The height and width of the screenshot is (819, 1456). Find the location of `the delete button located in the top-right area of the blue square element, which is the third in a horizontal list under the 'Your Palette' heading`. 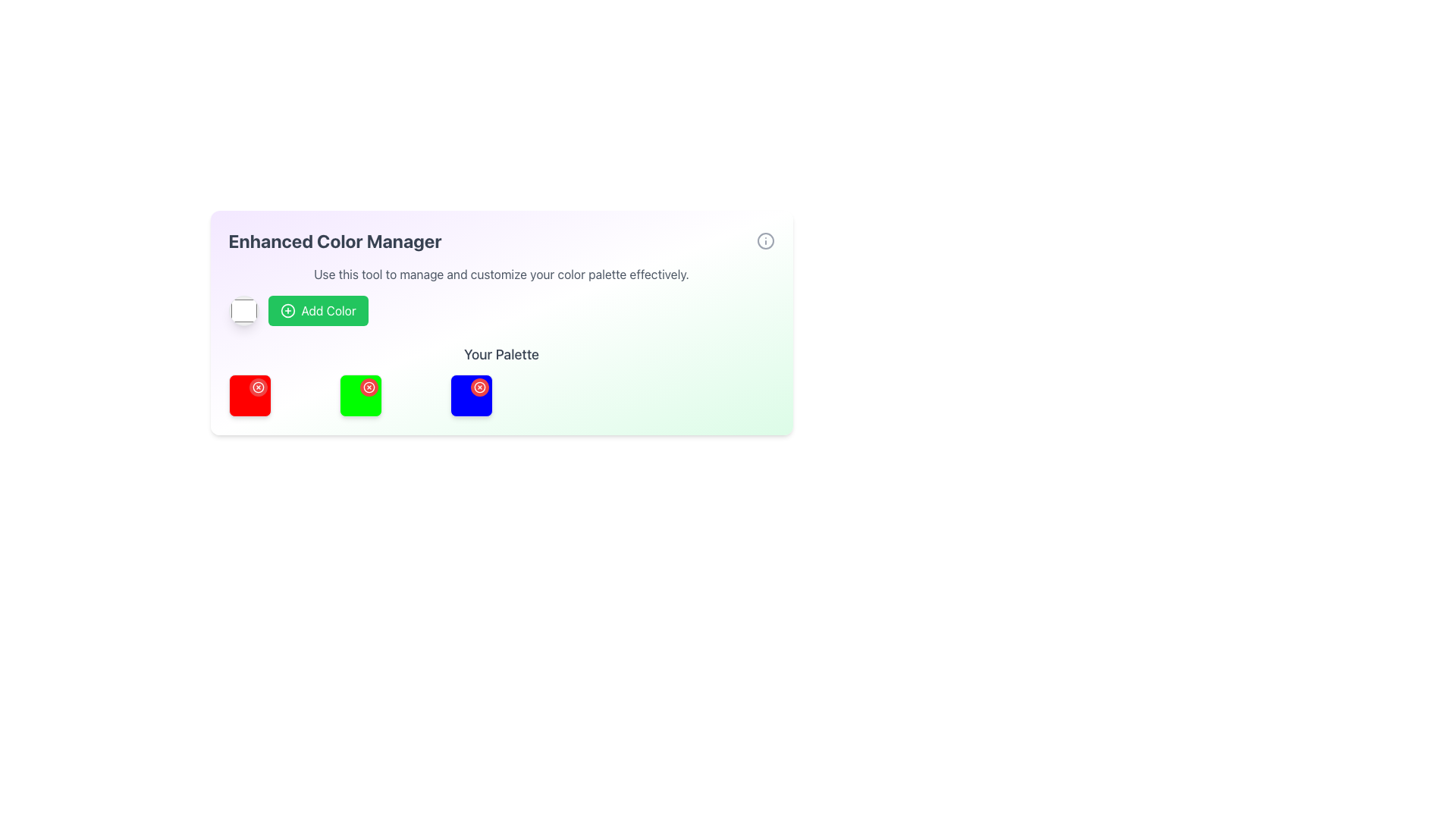

the delete button located in the top-right area of the blue square element, which is the third in a horizontal list under the 'Your Palette' heading is located at coordinates (479, 386).